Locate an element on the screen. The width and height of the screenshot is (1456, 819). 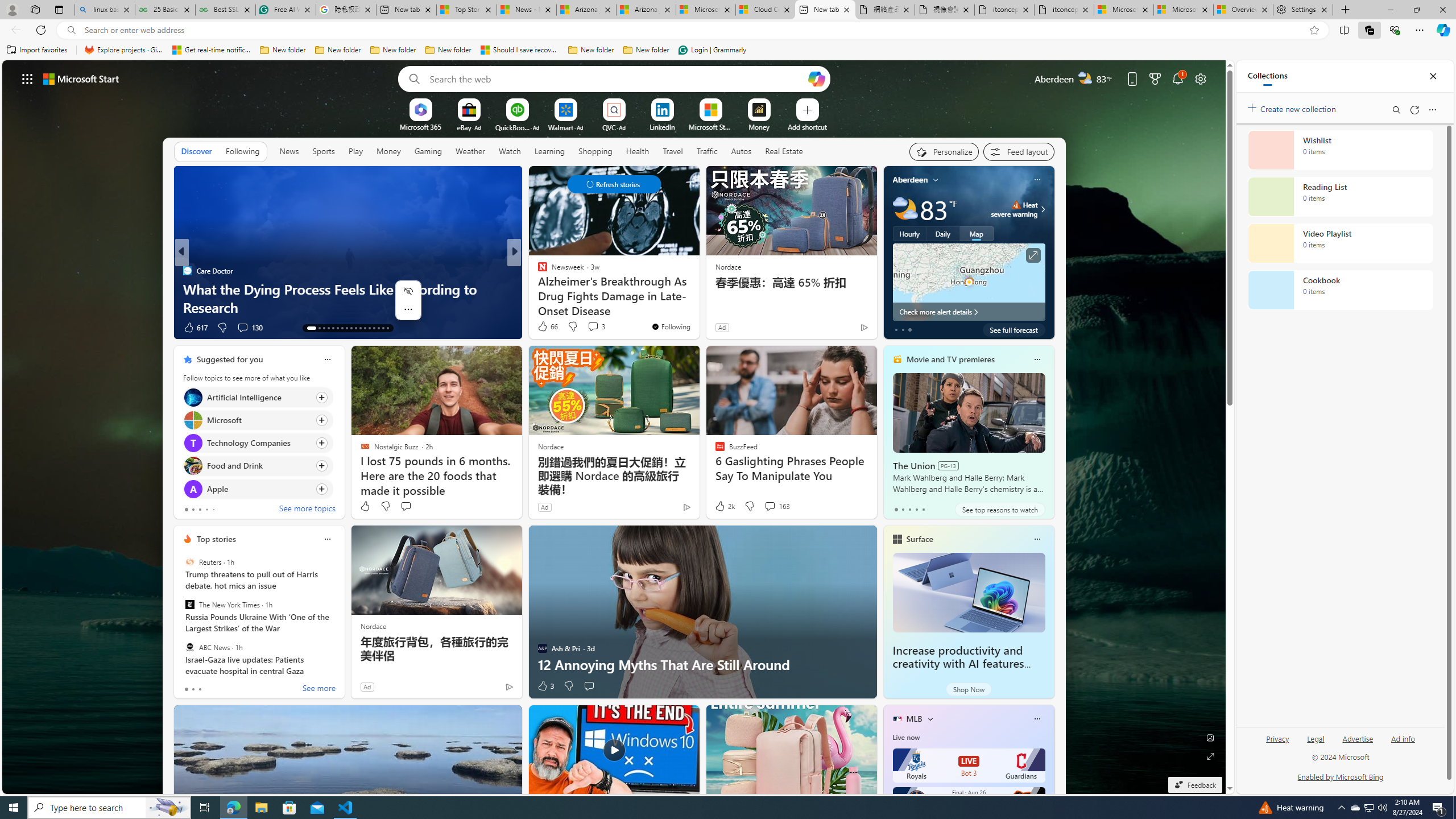
'107 Like' is located at coordinates (544, 327).